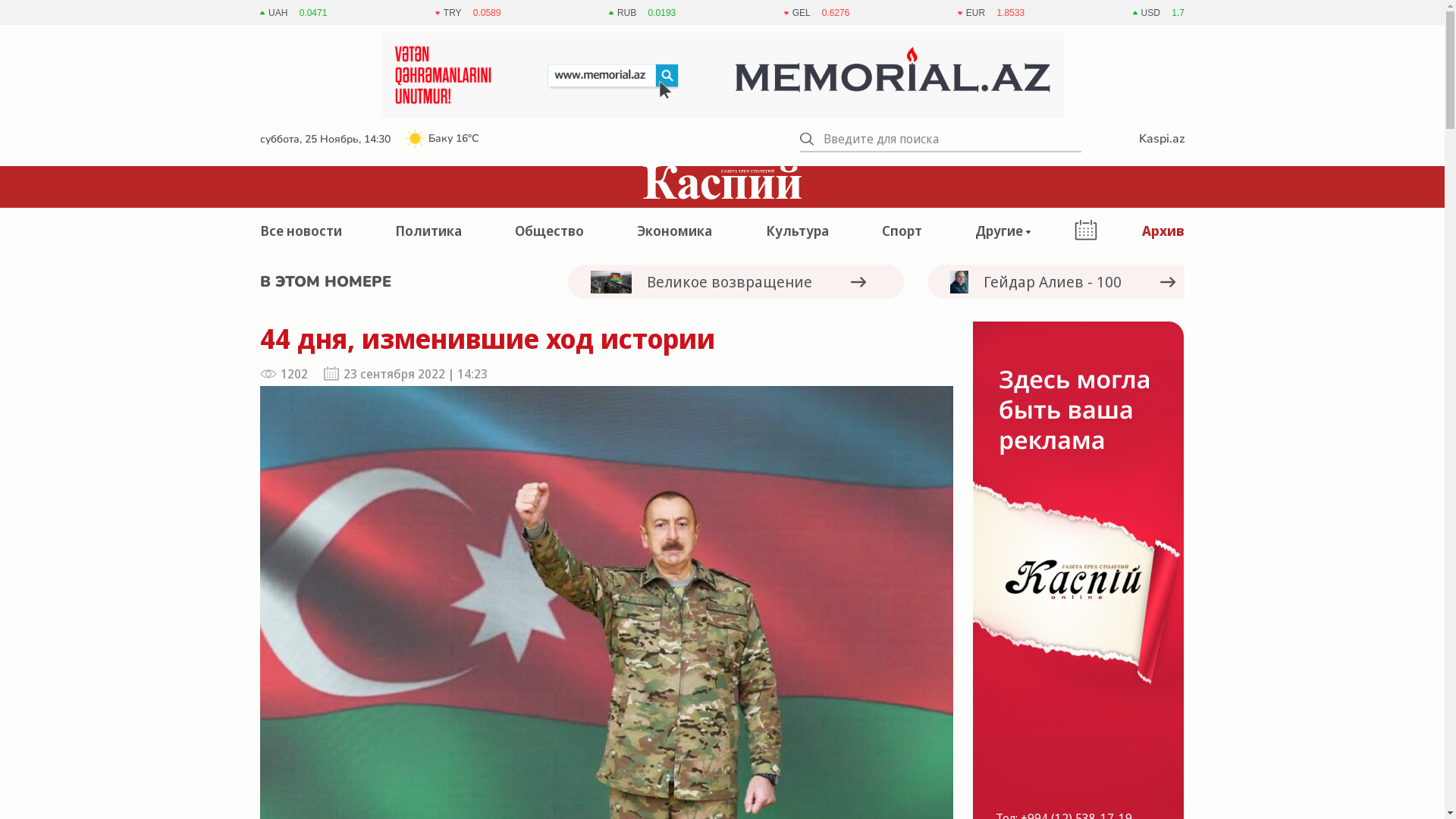 This screenshot has width=1456, height=819. Describe the element at coordinates (1154, 138) in the screenshot. I see `'Kaspi.az'` at that location.